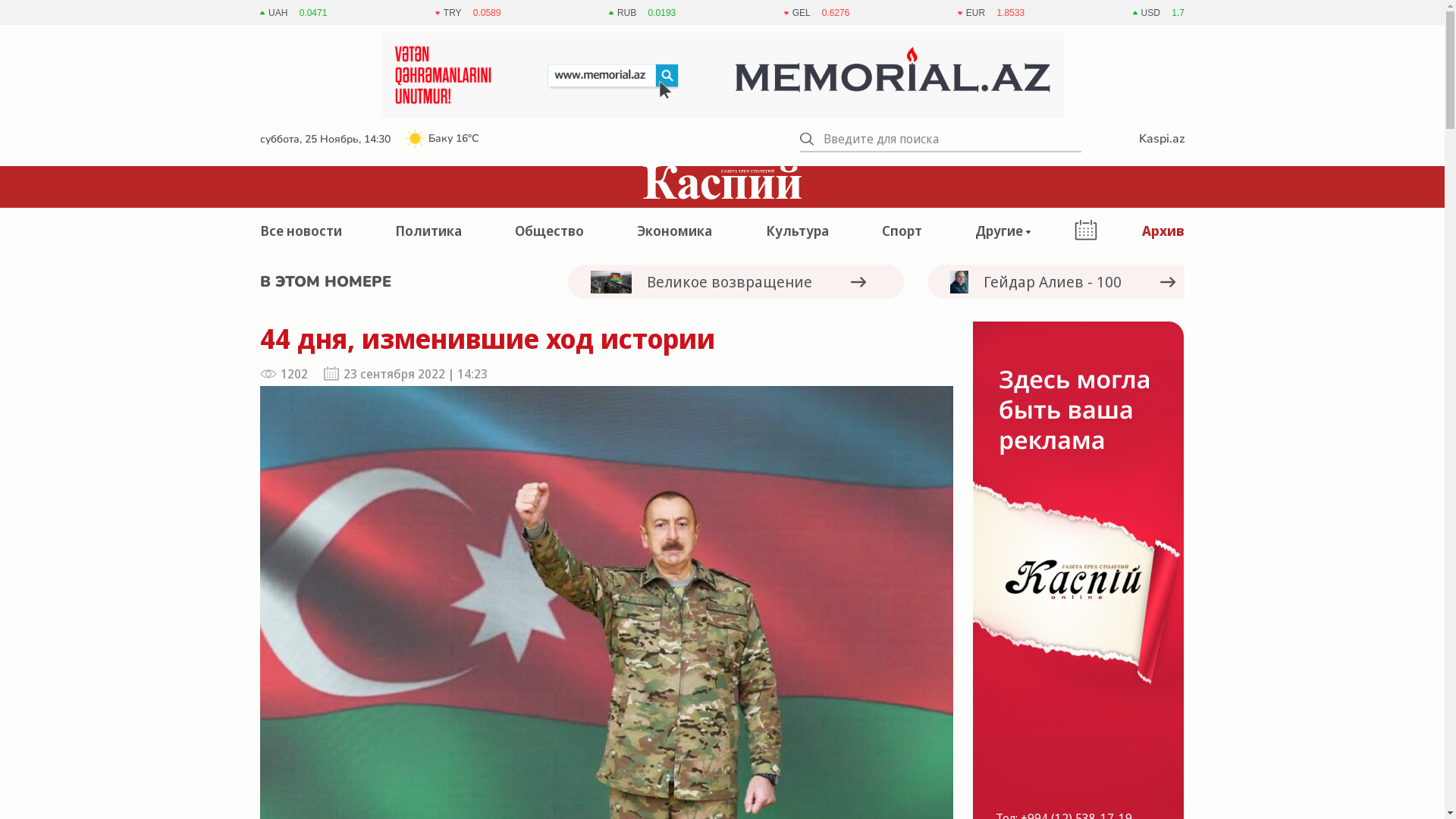 This screenshot has width=1456, height=819. Describe the element at coordinates (1154, 138) in the screenshot. I see `'Kaspi.az'` at that location.